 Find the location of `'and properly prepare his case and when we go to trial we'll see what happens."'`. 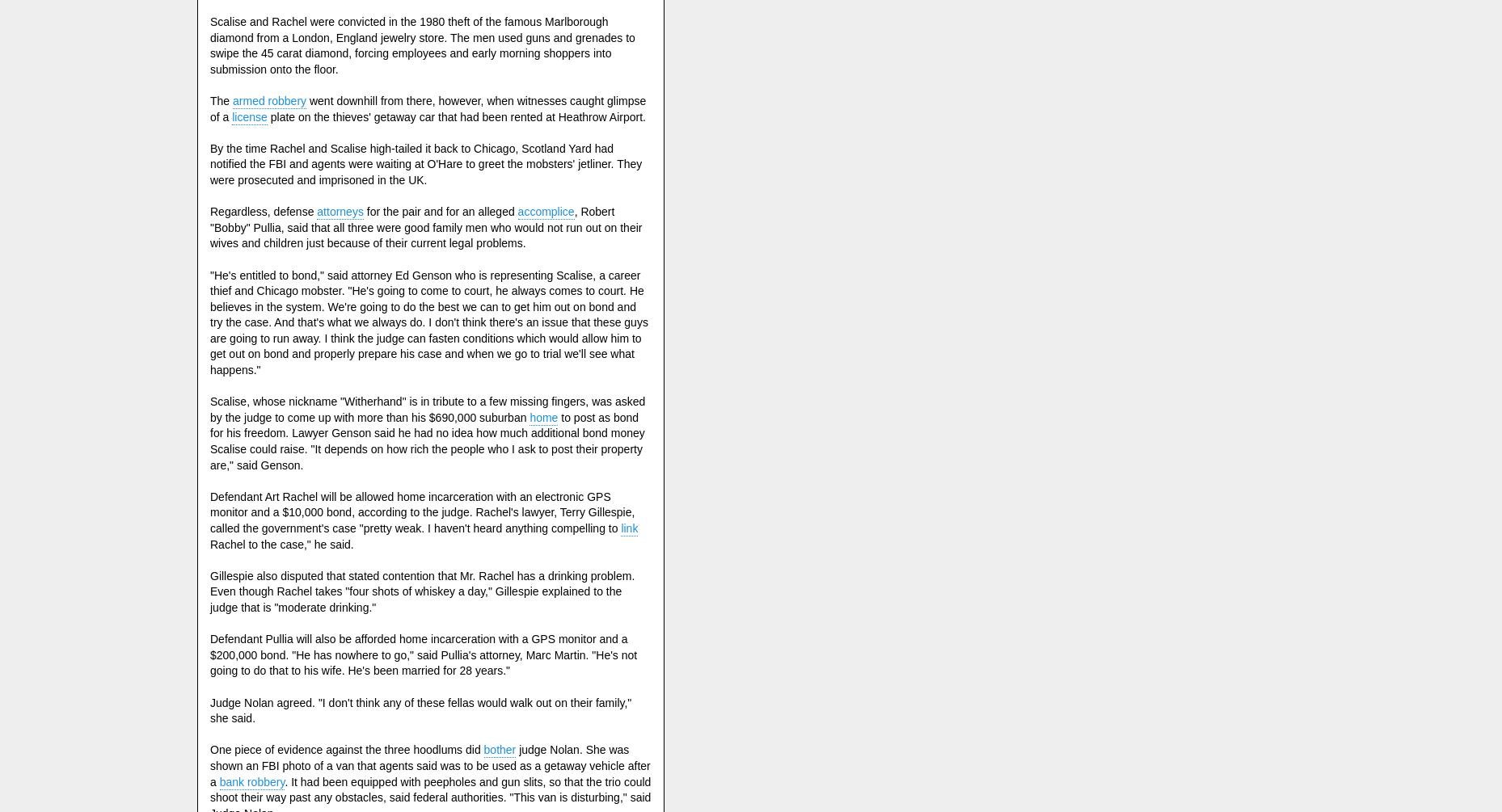

'and properly prepare his case and when we go to trial we'll see what happens."' is located at coordinates (421, 362).